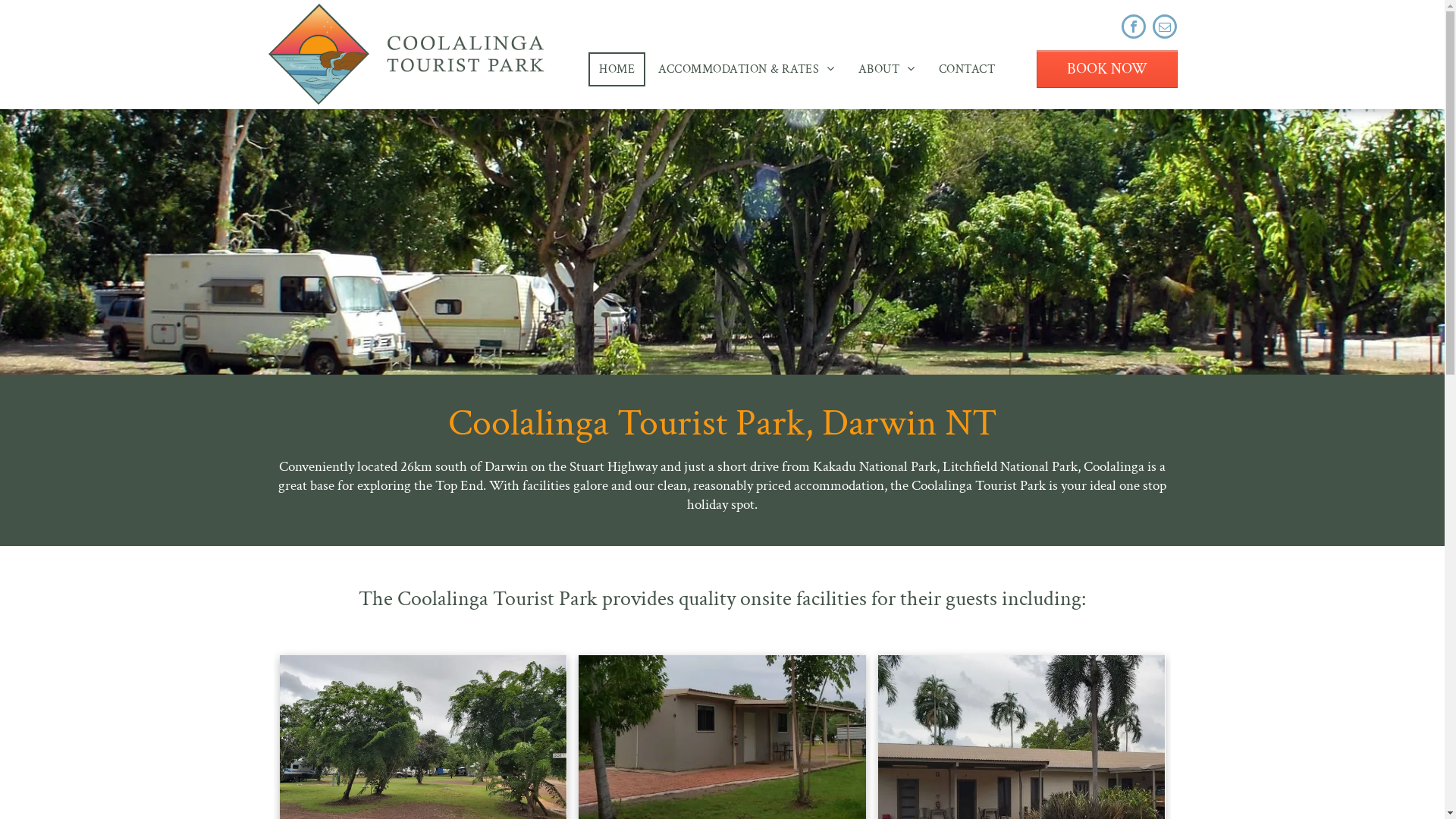 The height and width of the screenshot is (819, 1456). What do you see at coordinates (966, 68) in the screenshot?
I see `'CONTACT'` at bounding box center [966, 68].